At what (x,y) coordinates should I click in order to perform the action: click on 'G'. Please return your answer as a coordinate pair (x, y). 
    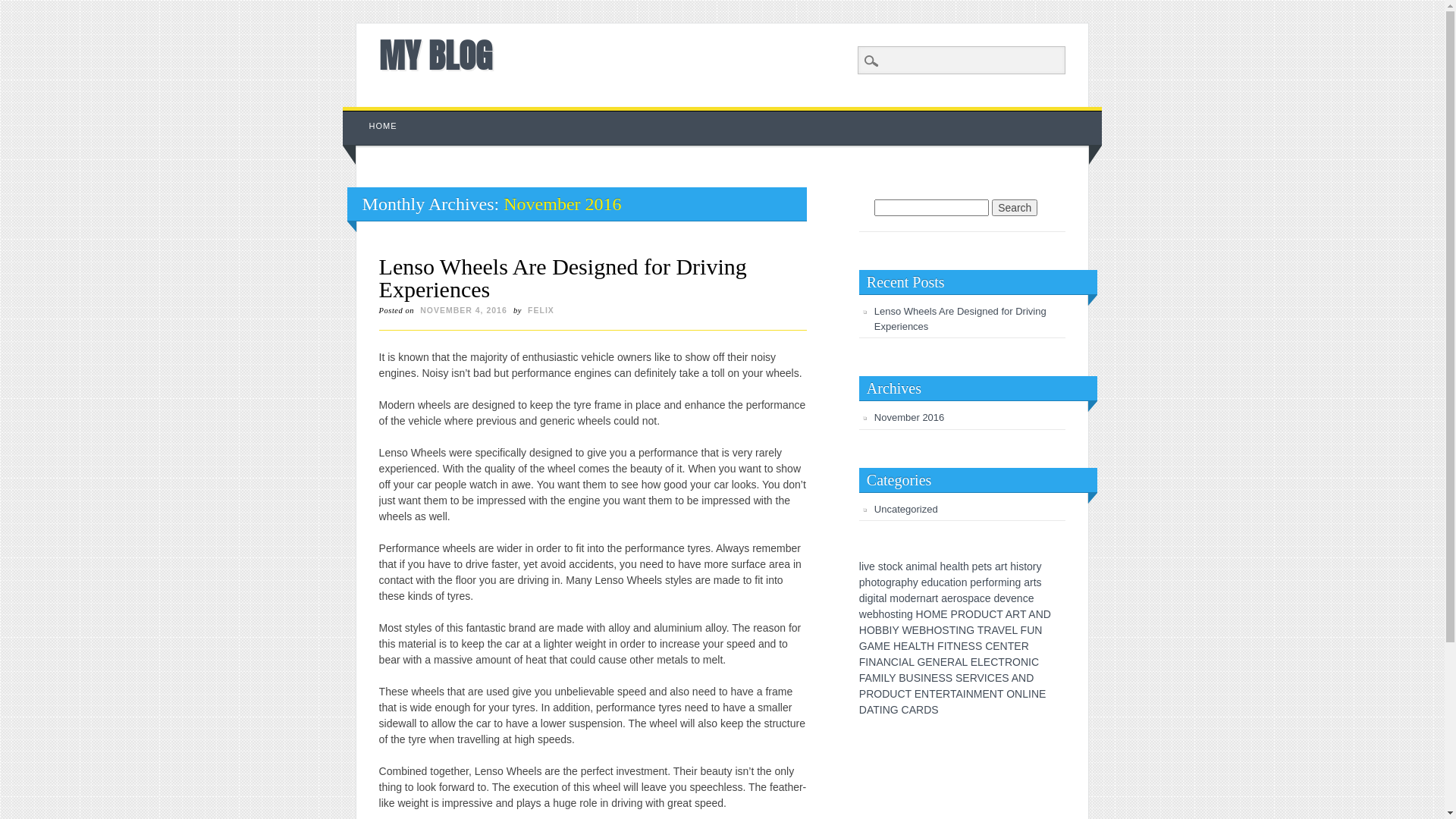
    Looking at the image, I should click on (916, 661).